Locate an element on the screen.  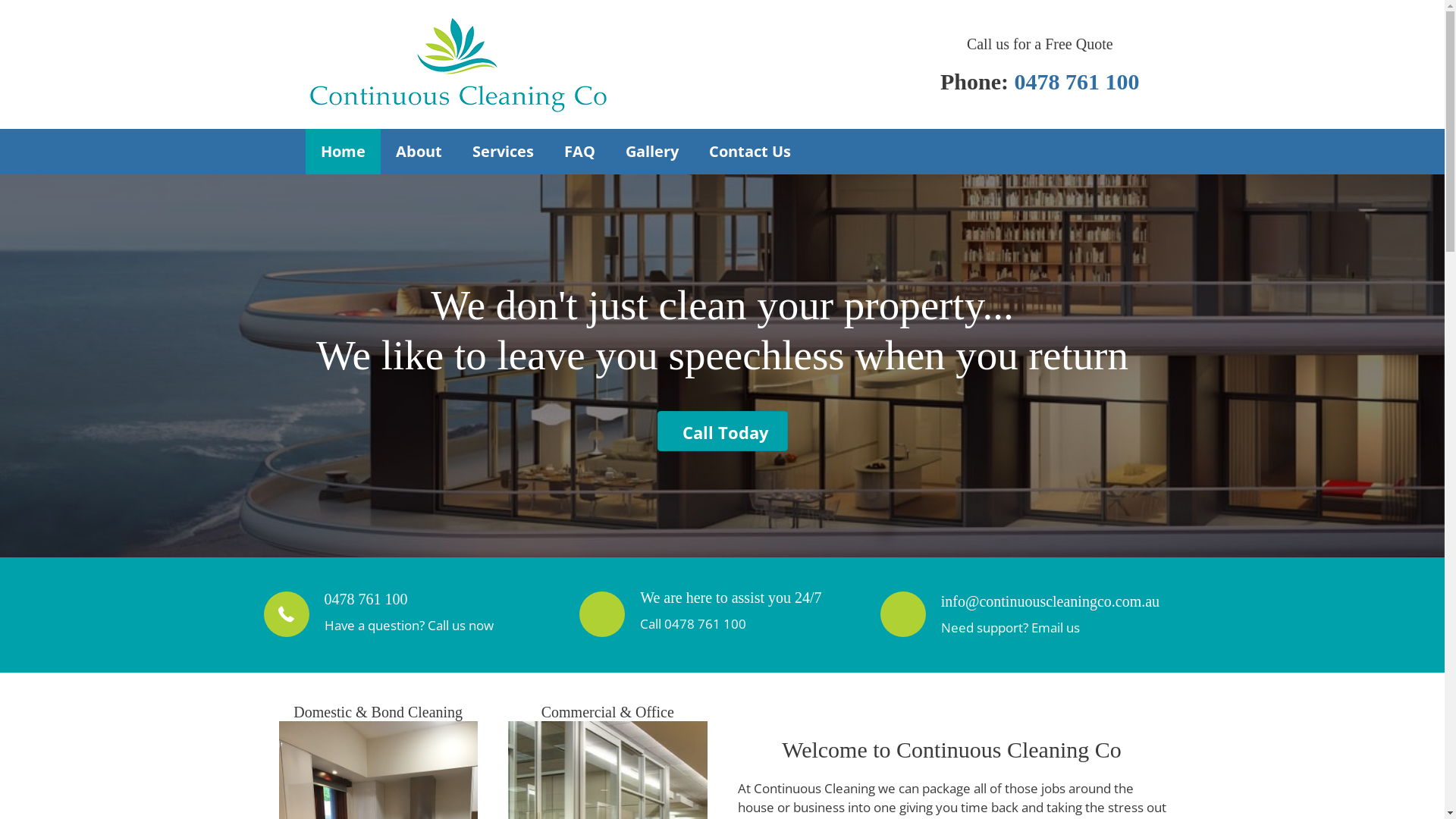
'Call Today' is located at coordinates (720, 431).